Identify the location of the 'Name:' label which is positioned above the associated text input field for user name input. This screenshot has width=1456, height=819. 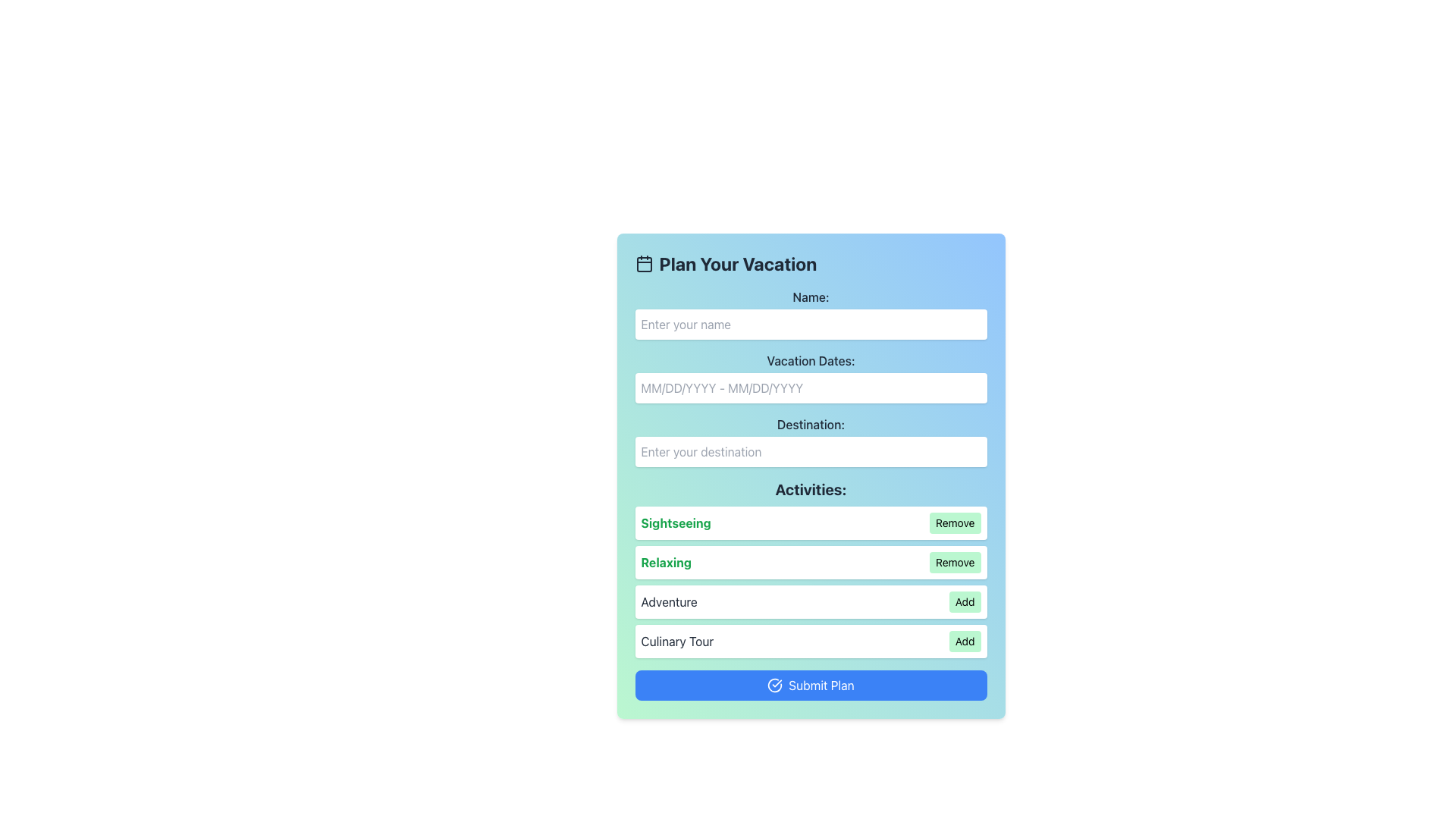
(810, 312).